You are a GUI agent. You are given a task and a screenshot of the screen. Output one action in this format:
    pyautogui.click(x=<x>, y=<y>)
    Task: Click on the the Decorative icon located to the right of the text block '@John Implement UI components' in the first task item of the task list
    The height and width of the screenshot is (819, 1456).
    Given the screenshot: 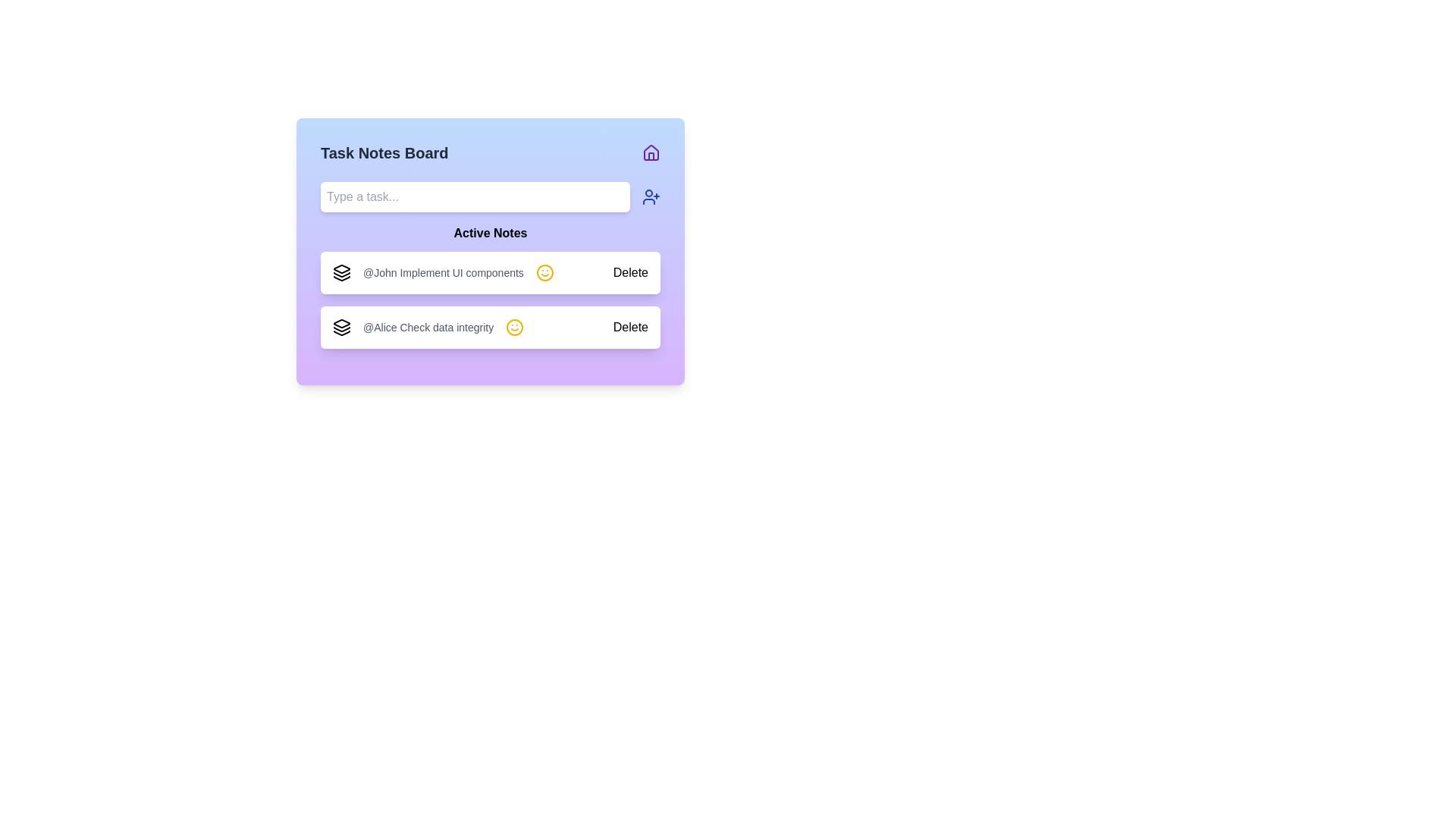 What is the action you would take?
    pyautogui.click(x=544, y=271)
    